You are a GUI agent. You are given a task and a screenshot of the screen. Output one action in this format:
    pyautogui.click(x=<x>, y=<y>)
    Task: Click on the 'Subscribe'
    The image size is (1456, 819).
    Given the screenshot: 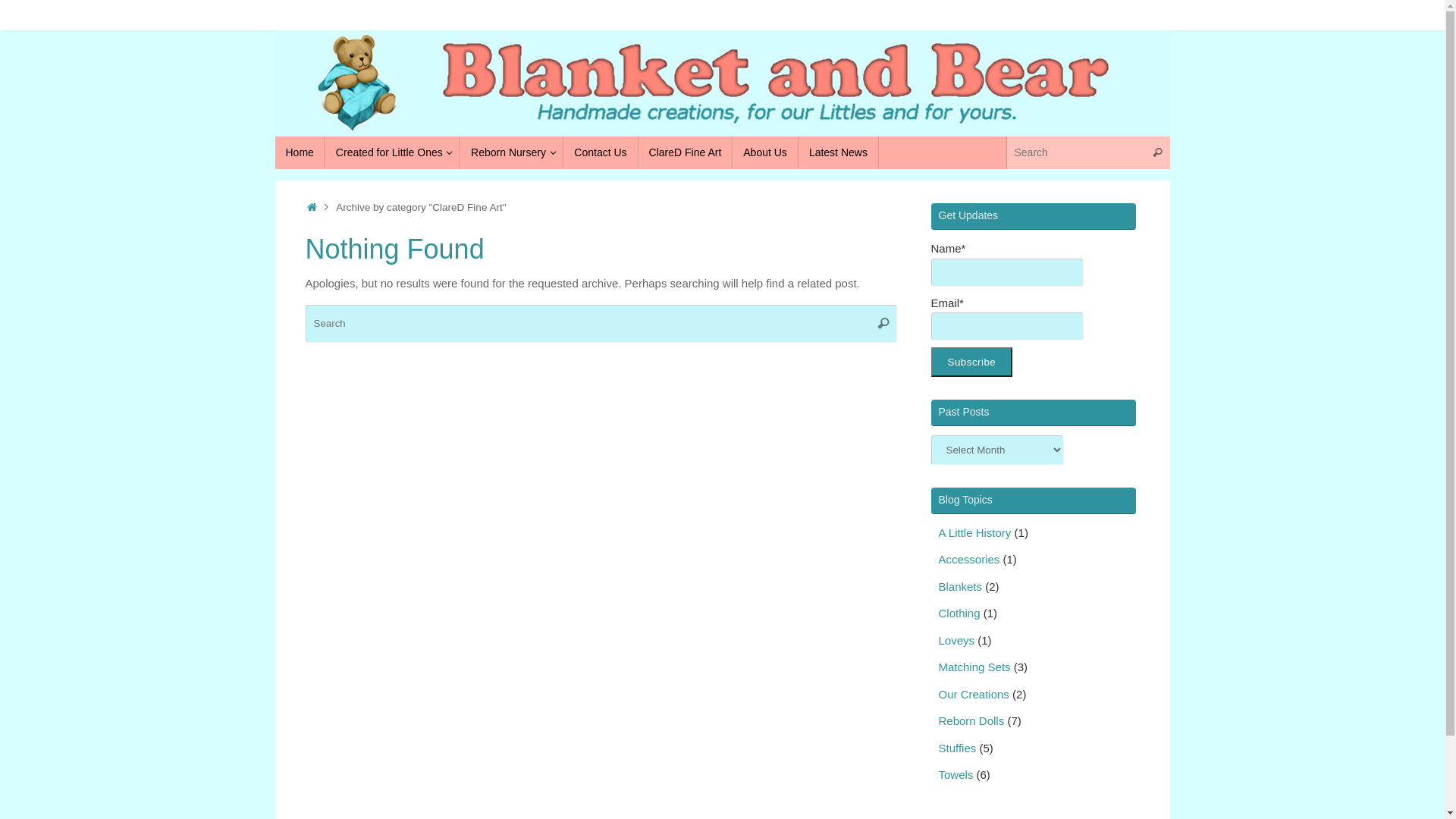 What is the action you would take?
    pyautogui.click(x=971, y=362)
    